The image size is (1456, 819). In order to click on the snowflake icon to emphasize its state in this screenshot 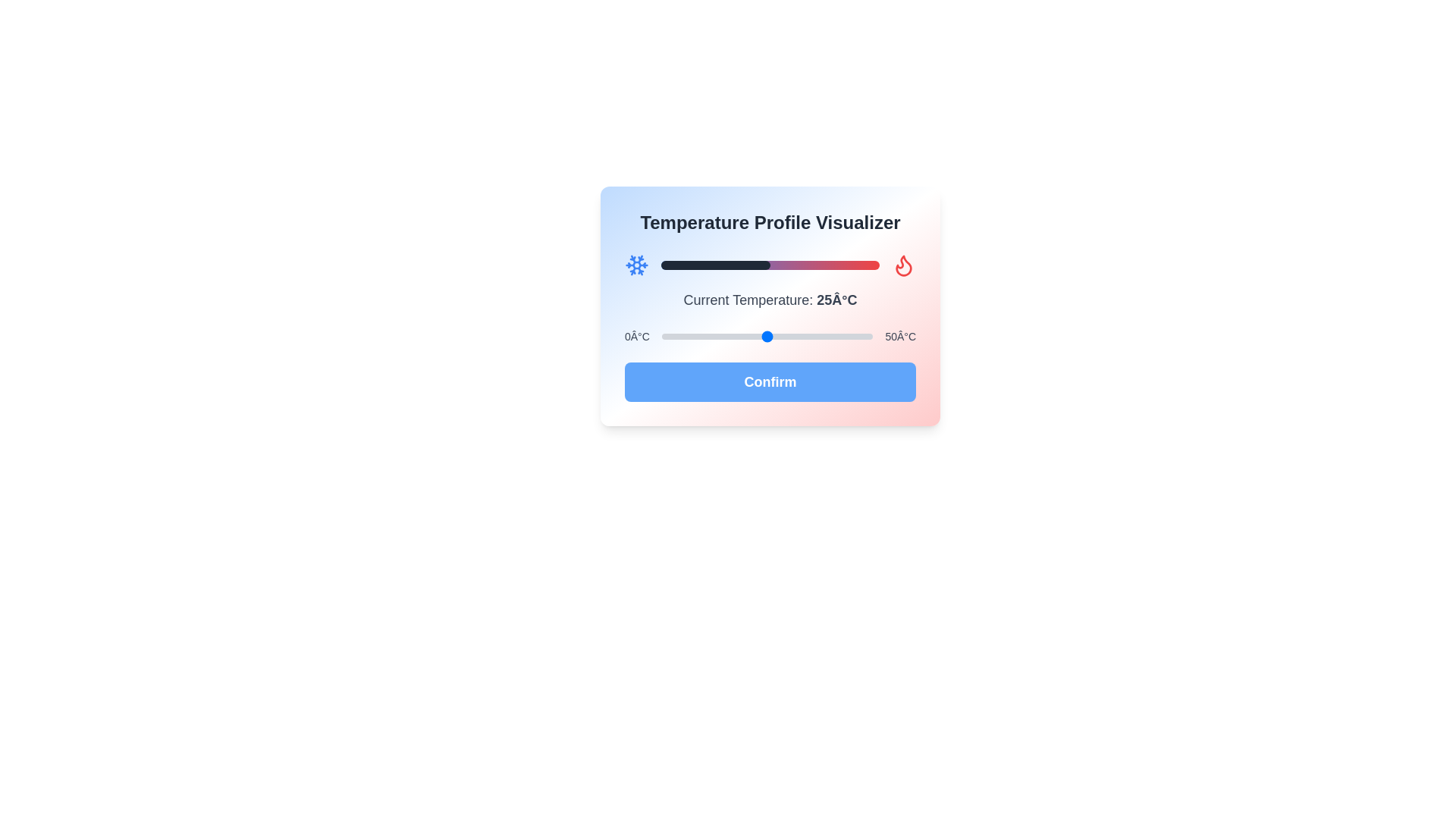, I will do `click(637, 265)`.